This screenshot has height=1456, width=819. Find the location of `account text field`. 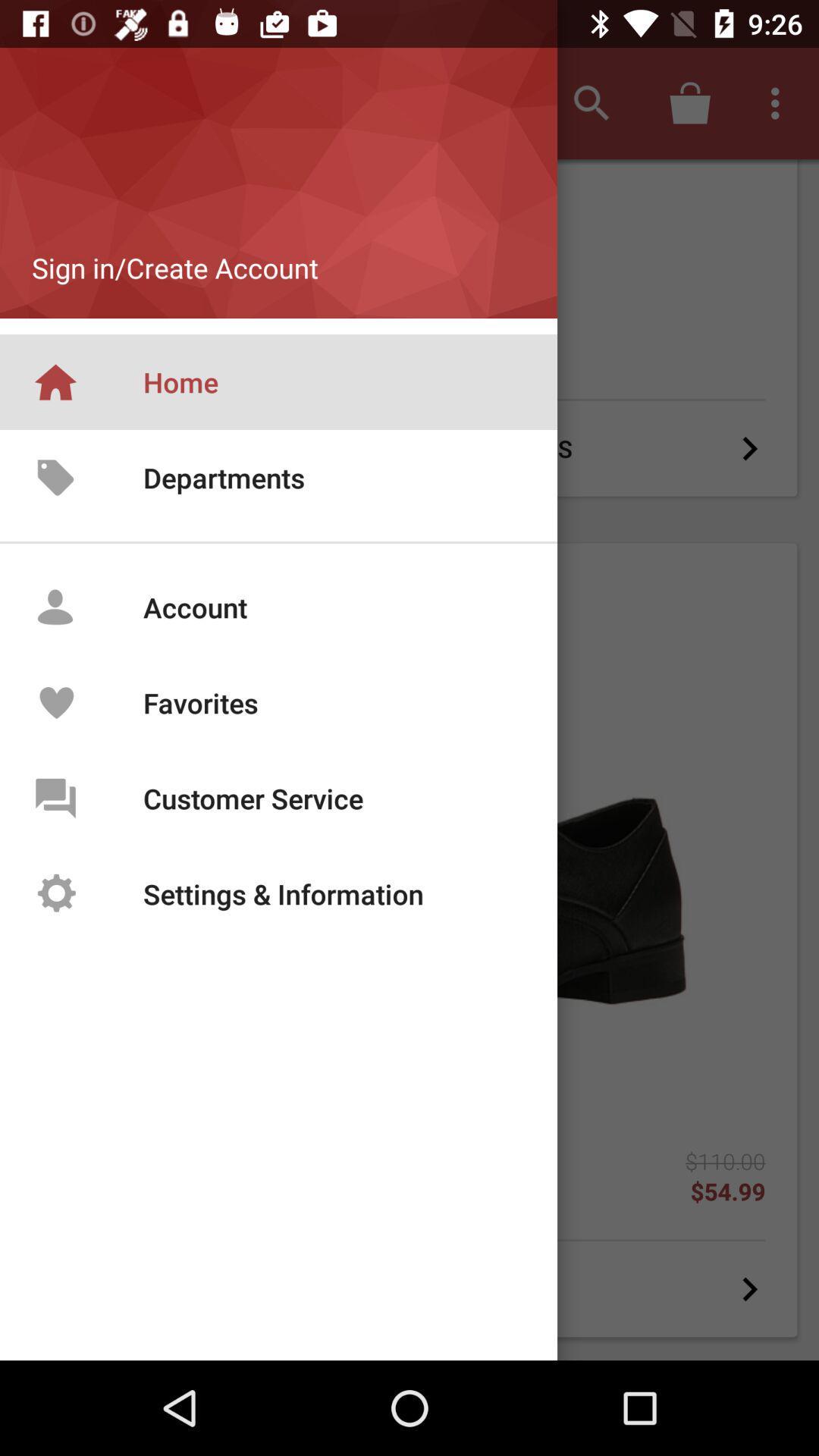

account text field is located at coordinates (243, 598).